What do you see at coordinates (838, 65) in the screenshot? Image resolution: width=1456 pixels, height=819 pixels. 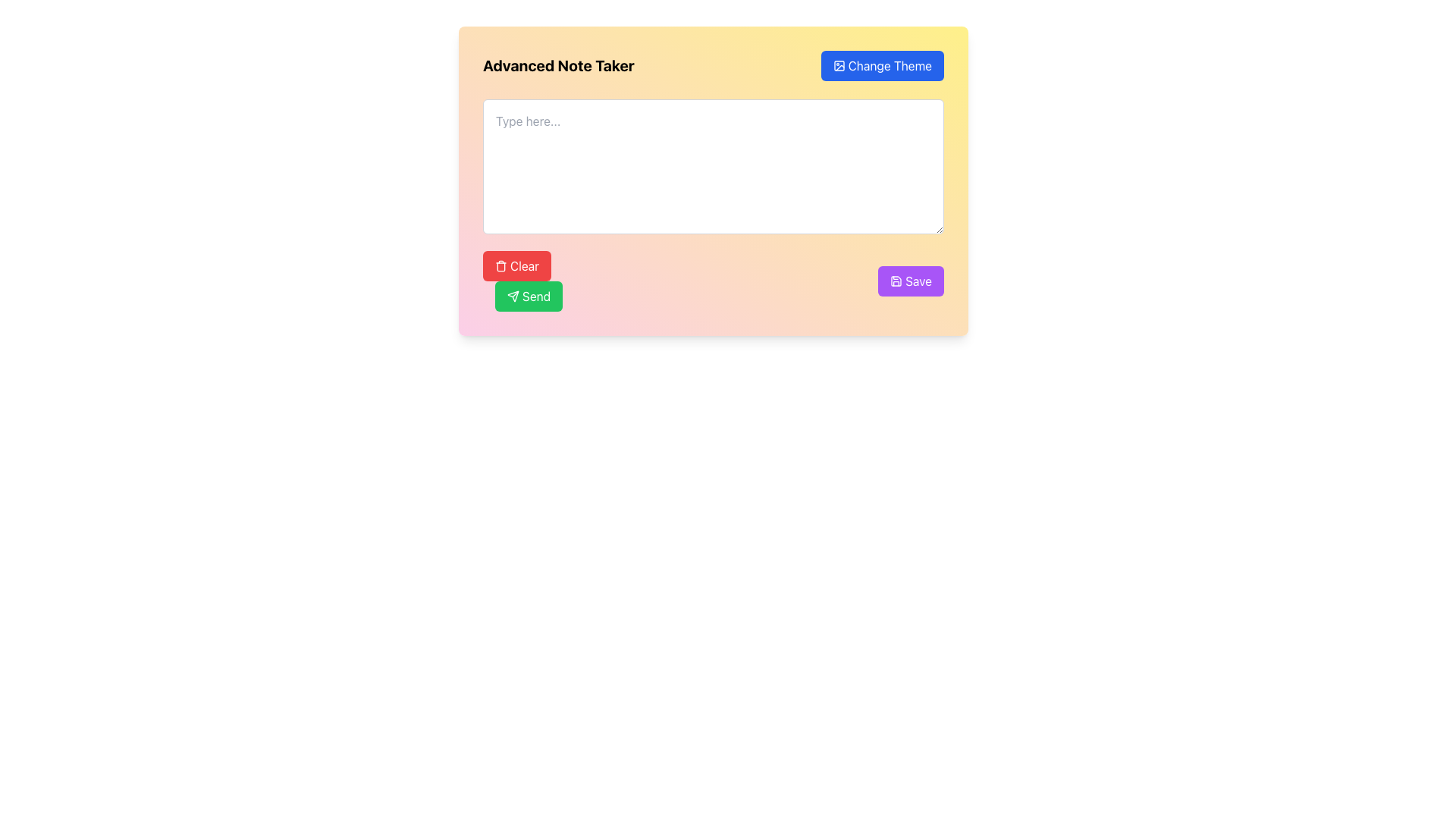 I see `the icon located in the top-right corner of the main interface next to the 'Change Theme' button` at bounding box center [838, 65].